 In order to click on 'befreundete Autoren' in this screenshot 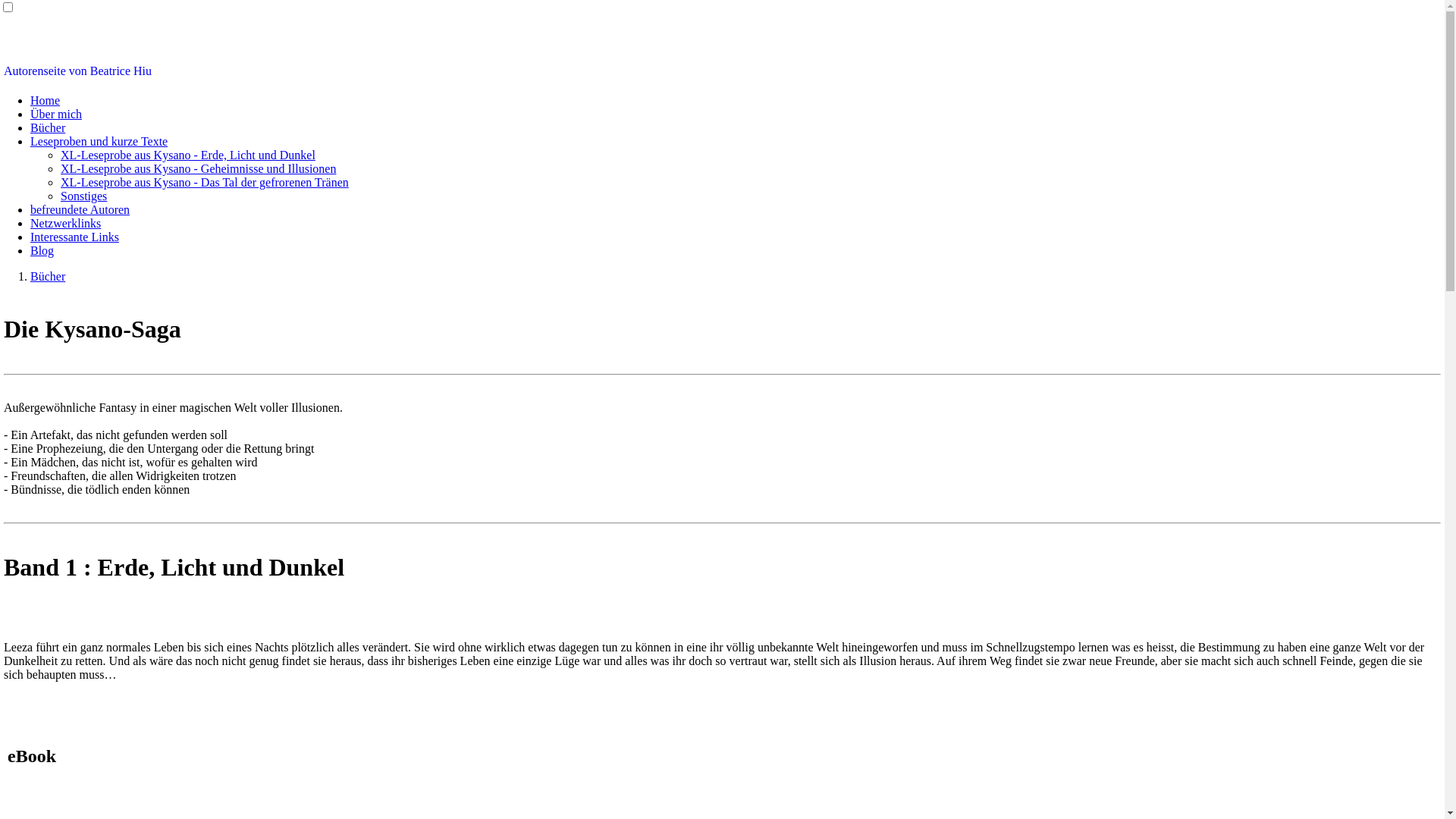, I will do `click(30, 209)`.